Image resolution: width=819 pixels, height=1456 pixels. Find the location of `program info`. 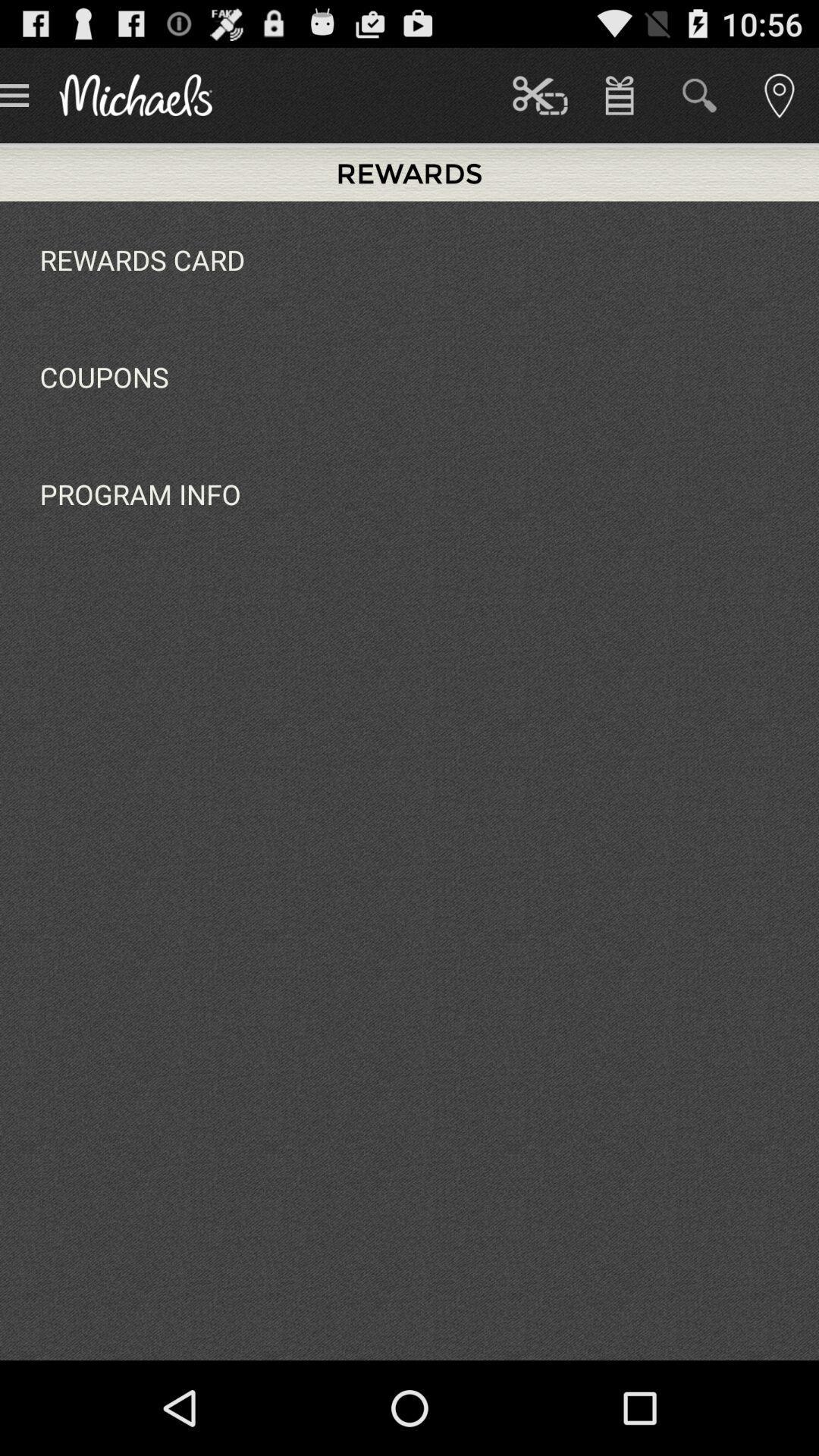

program info is located at coordinates (140, 494).